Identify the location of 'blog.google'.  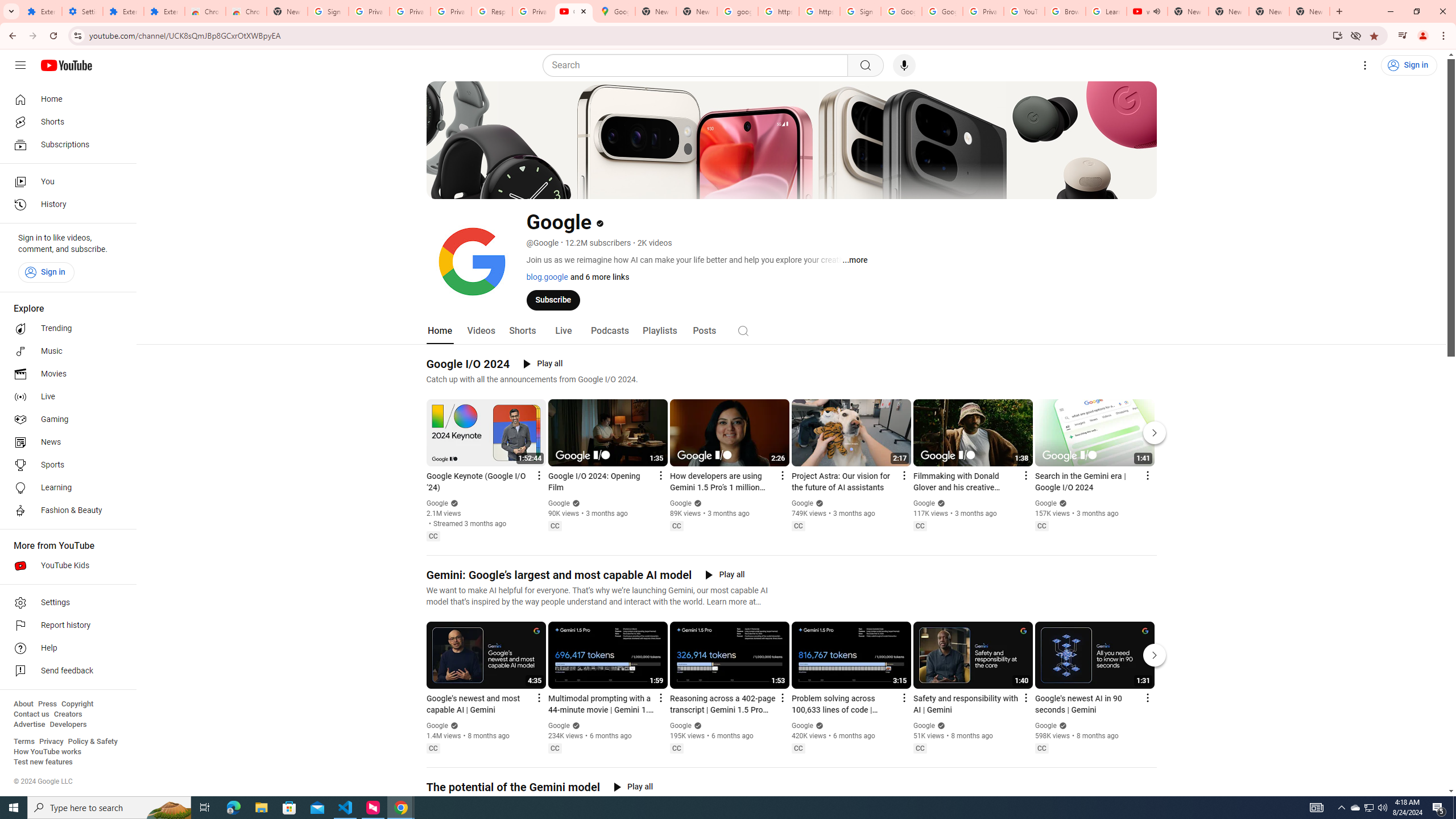
(547, 276).